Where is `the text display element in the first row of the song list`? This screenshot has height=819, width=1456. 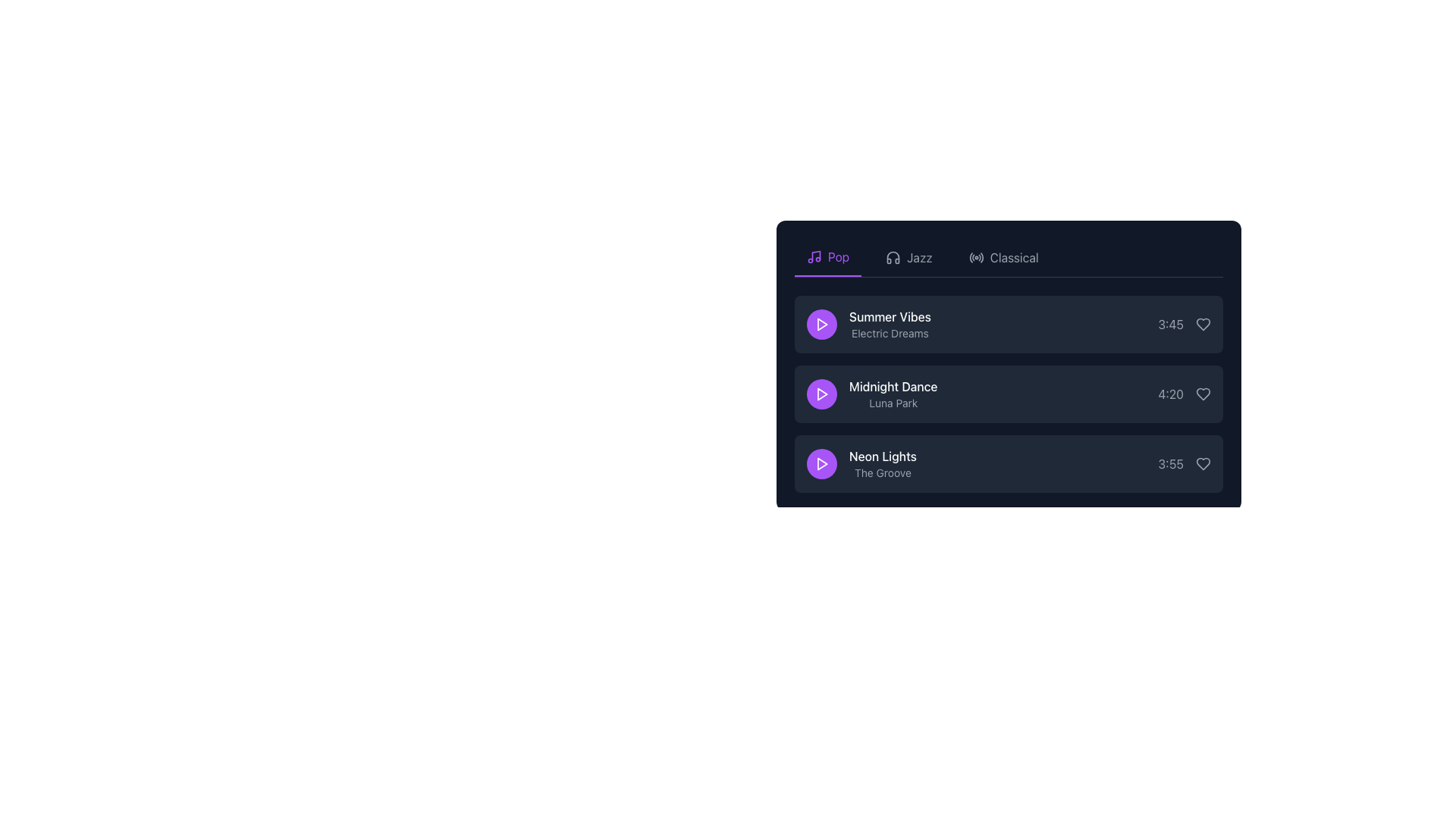 the text display element in the first row of the song list is located at coordinates (868, 324).